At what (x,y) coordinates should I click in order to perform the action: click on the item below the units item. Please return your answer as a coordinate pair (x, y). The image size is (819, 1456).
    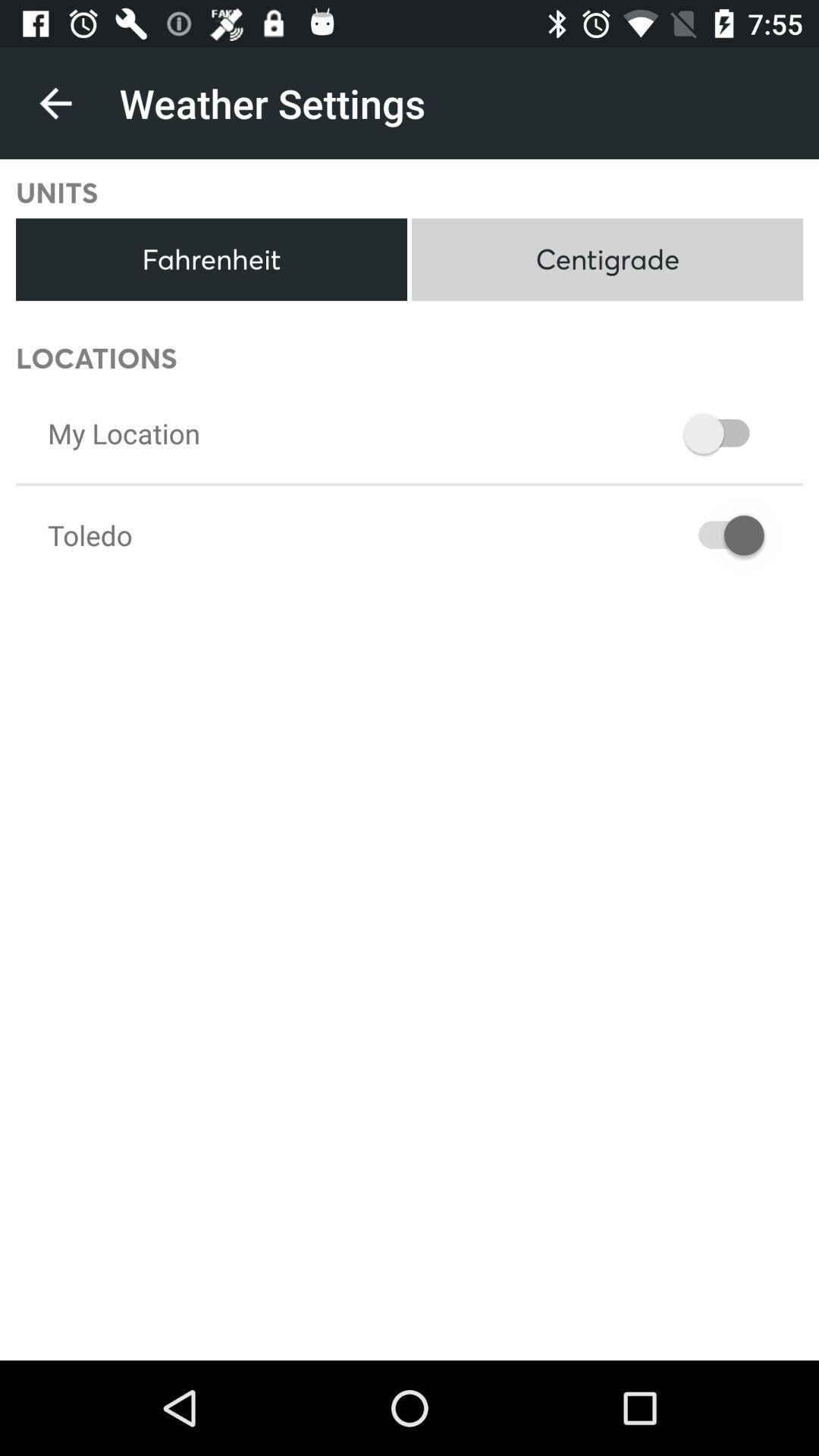
    Looking at the image, I should click on (211, 259).